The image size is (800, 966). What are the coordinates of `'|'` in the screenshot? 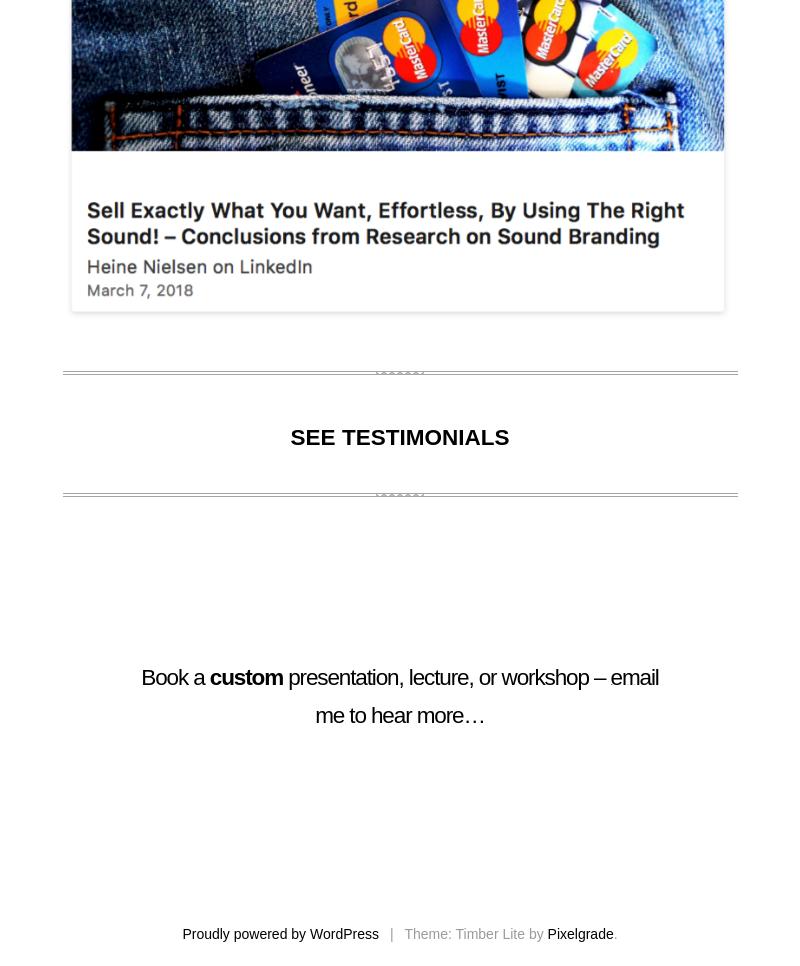 It's located at (392, 932).